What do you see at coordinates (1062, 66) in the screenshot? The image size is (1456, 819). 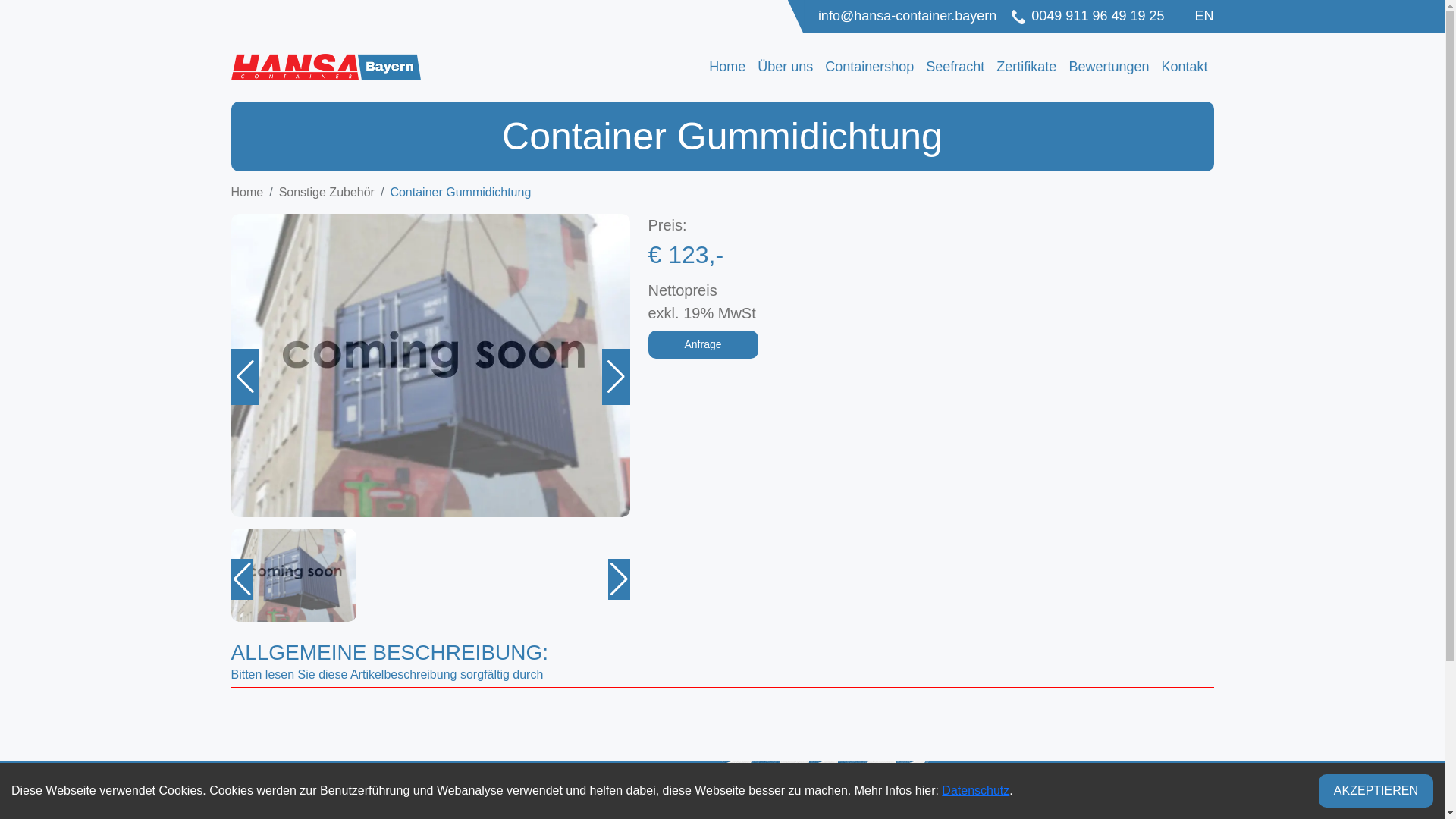 I see `'Bewertungen'` at bounding box center [1062, 66].